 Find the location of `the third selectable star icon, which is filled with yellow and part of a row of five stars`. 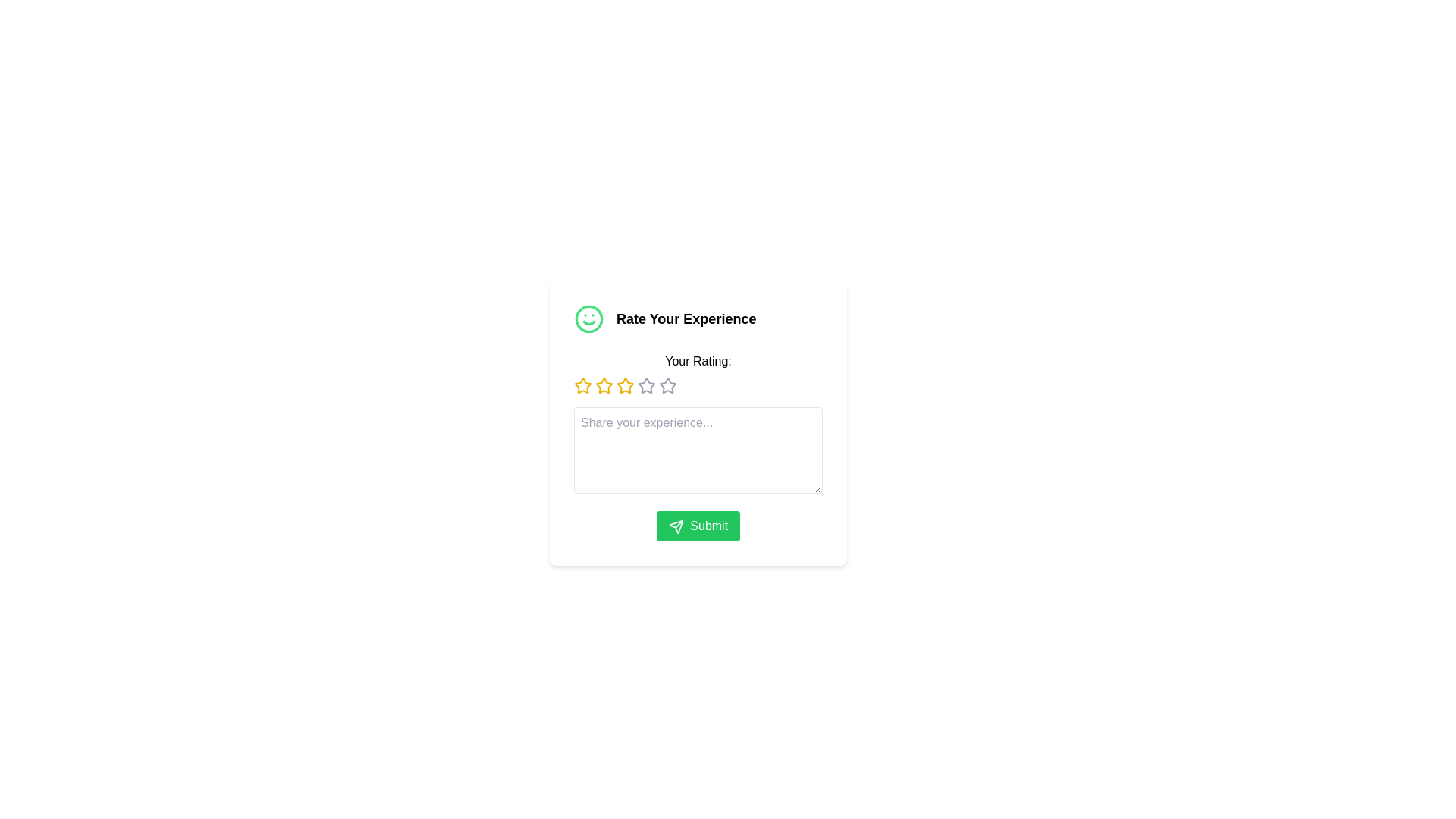

the third selectable star icon, which is filled with yellow and part of a row of five stars is located at coordinates (603, 385).